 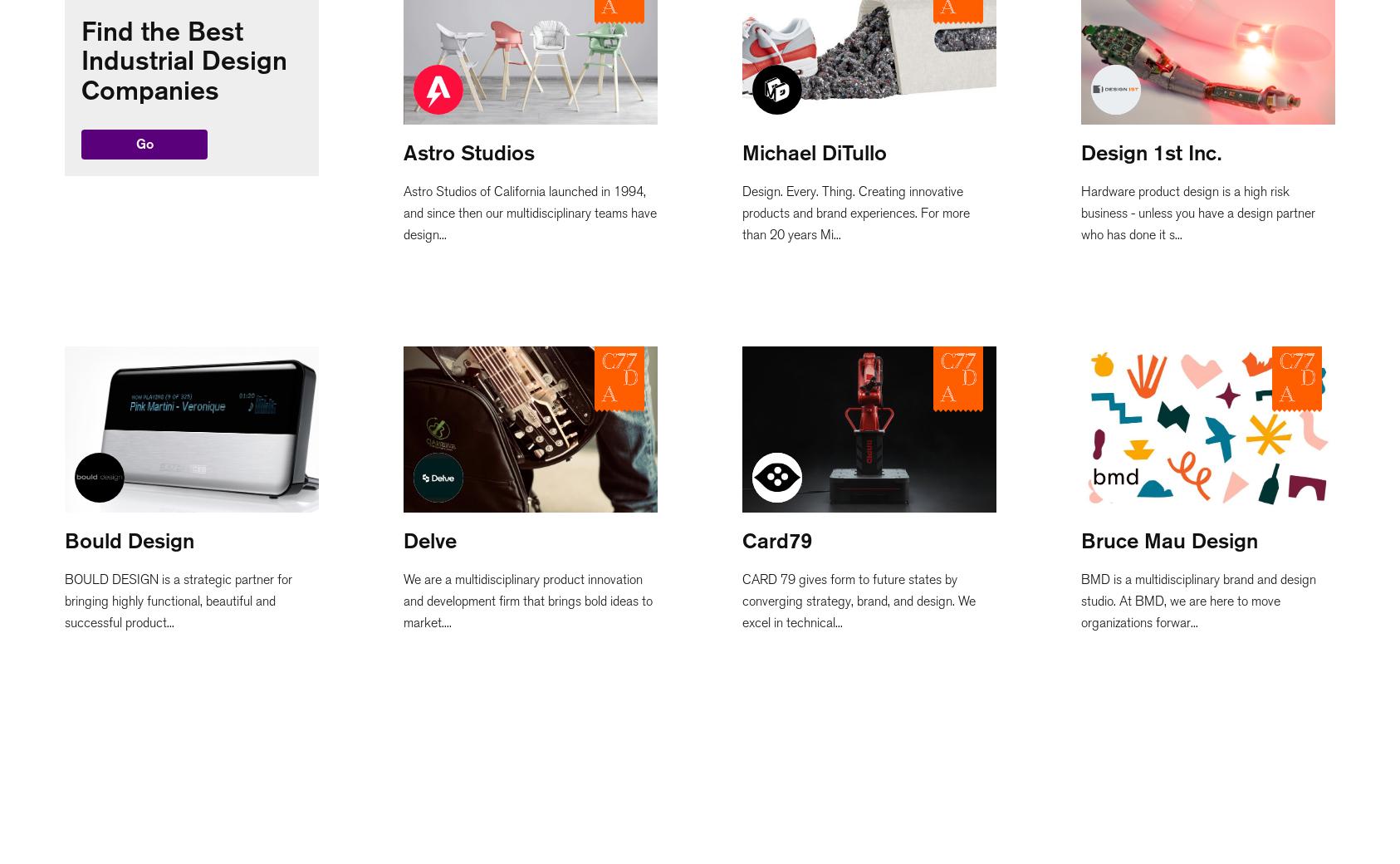 I want to click on 'Delve', so click(x=429, y=539).